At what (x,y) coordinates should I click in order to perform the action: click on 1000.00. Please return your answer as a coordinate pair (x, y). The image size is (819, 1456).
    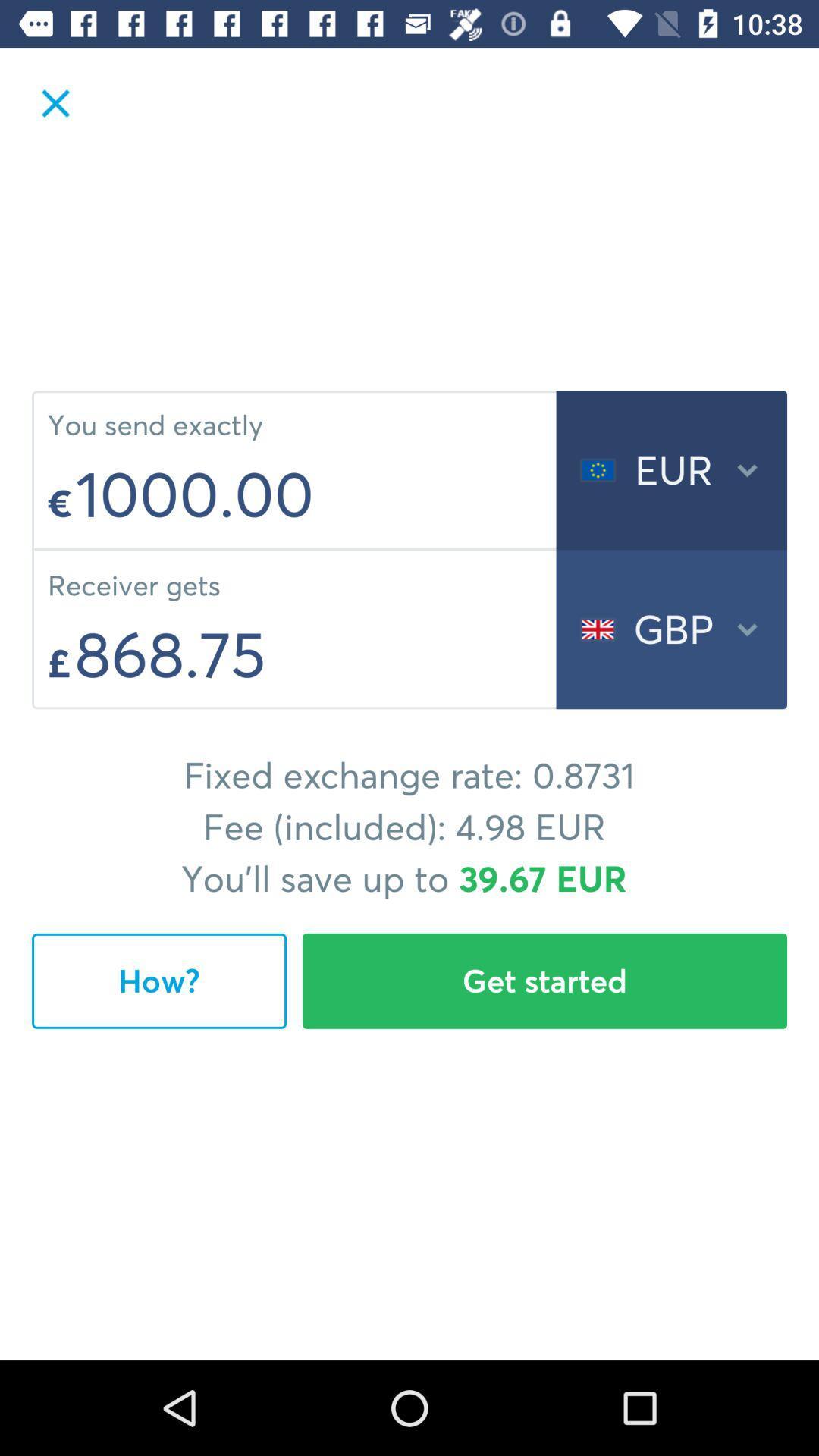
    Looking at the image, I should click on (311, 494).